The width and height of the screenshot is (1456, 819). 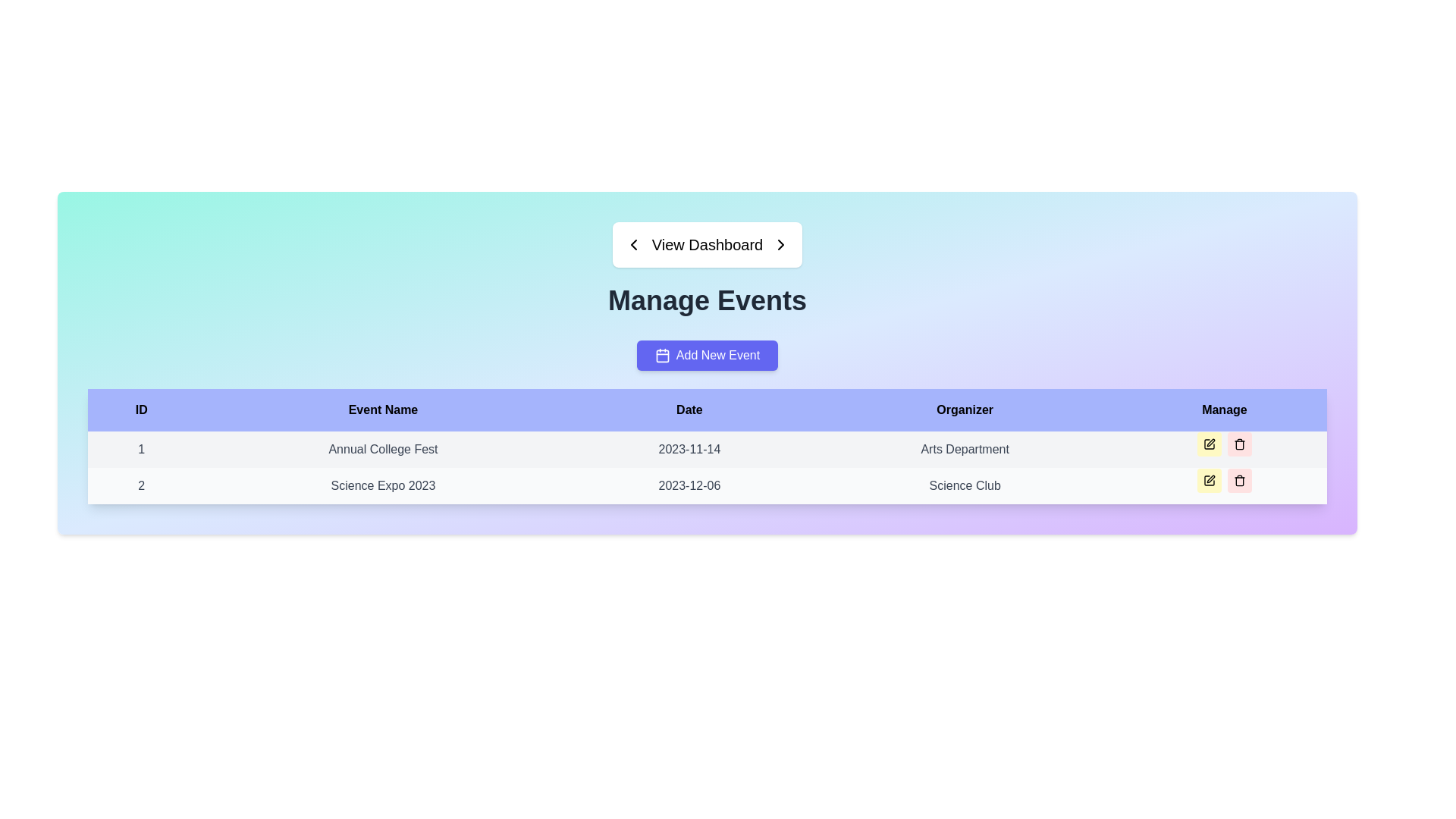 What do you see at coordinates (706, 356) in the screenshot?
I see `the button located below the 'Manage Events' heading and above the event data table` at bounding box center [706, 356].